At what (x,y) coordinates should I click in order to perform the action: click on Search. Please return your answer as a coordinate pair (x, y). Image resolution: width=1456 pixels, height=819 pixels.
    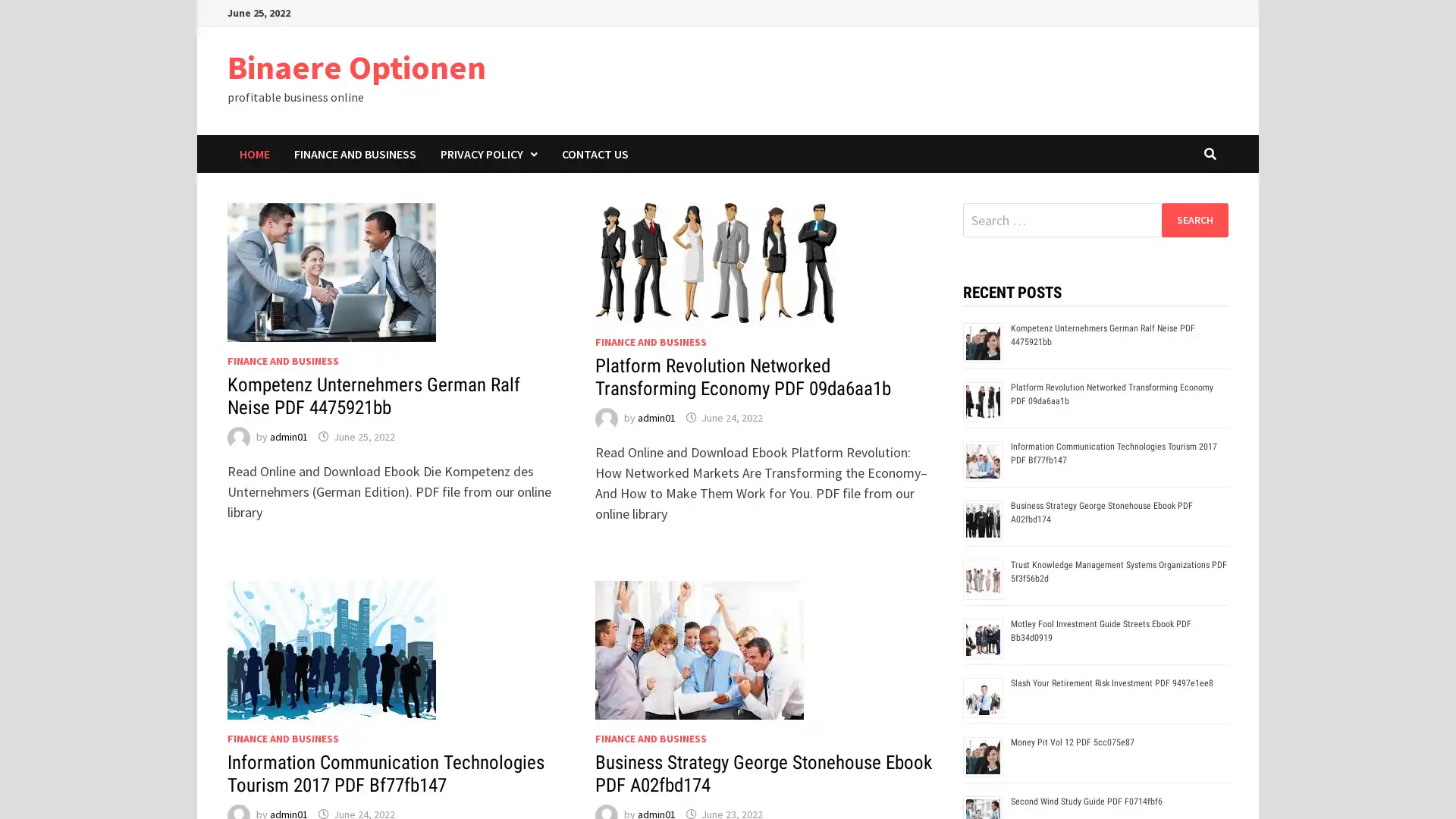
    Looking at the image, I should click on (1194, 219).